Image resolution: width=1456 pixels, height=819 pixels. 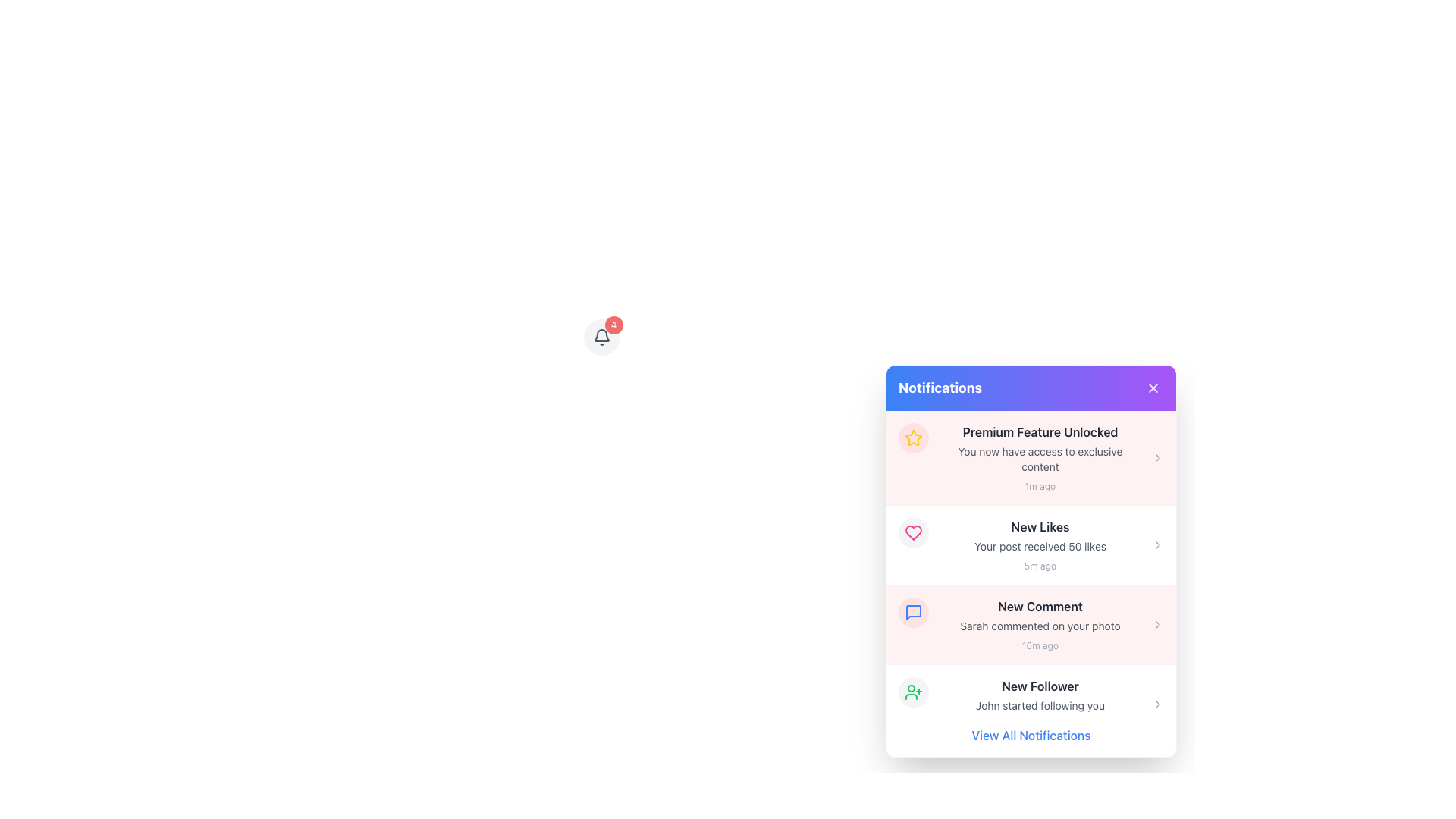 I want to click on the 'Likes' icon located on the left side of the notification text within the second notification item in the 'New Likes' section, so click(x=912, y=532).